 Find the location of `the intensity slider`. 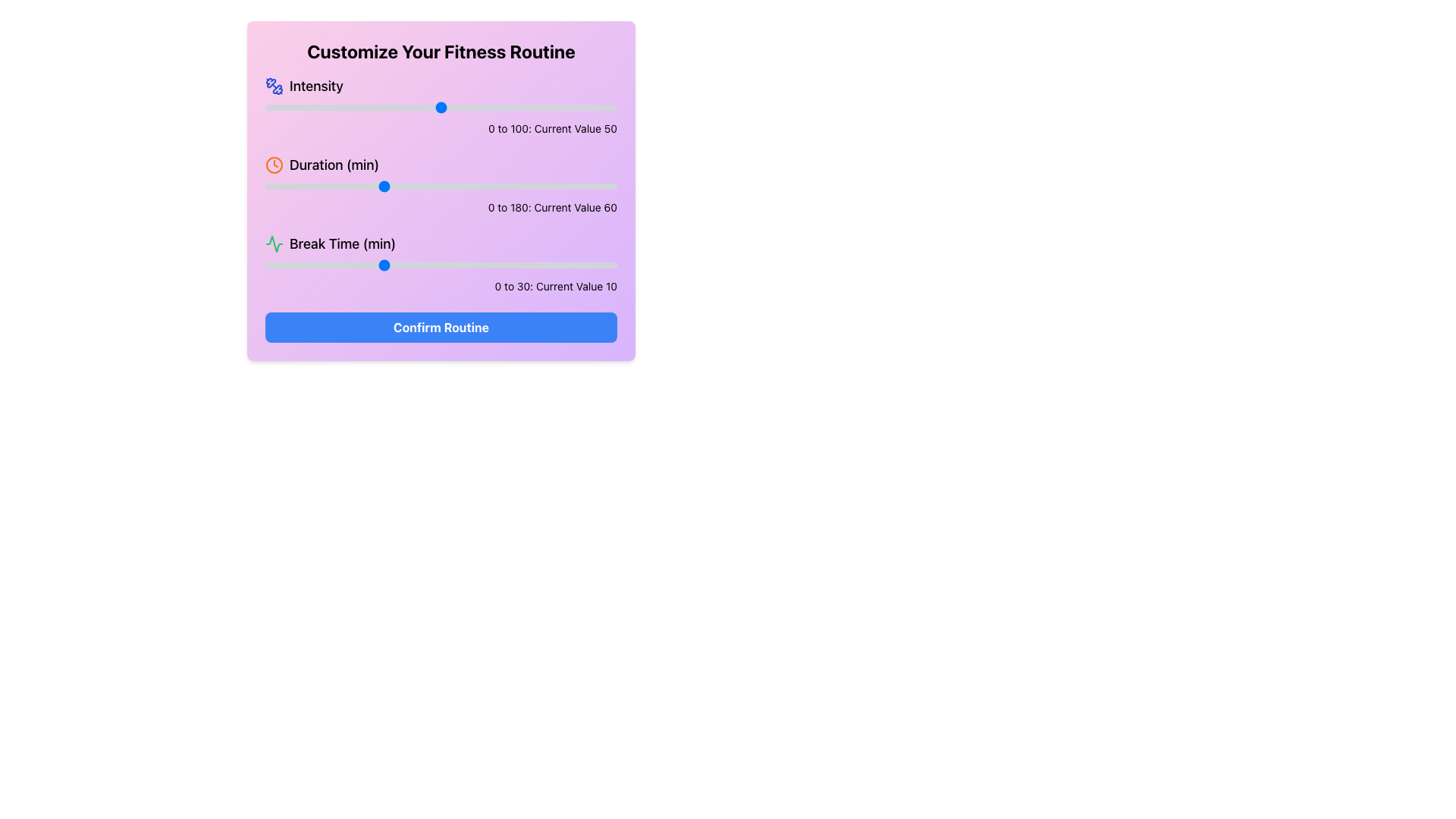

the intensity slider is located at coordinates (313, 107).